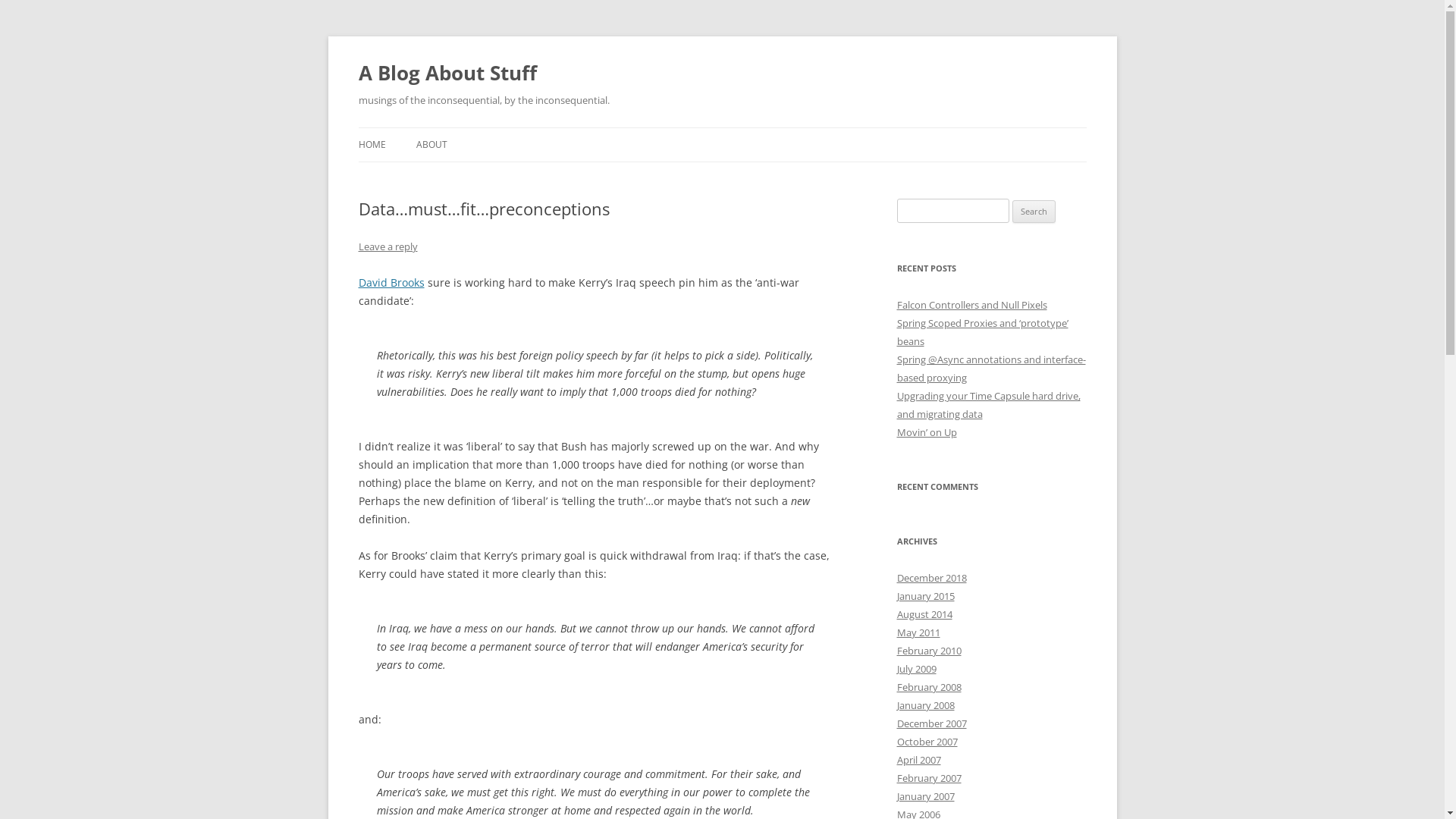 The height and width of the screenshot is (819, 1456). I want to click on 'February 2008', so click(927, 687).